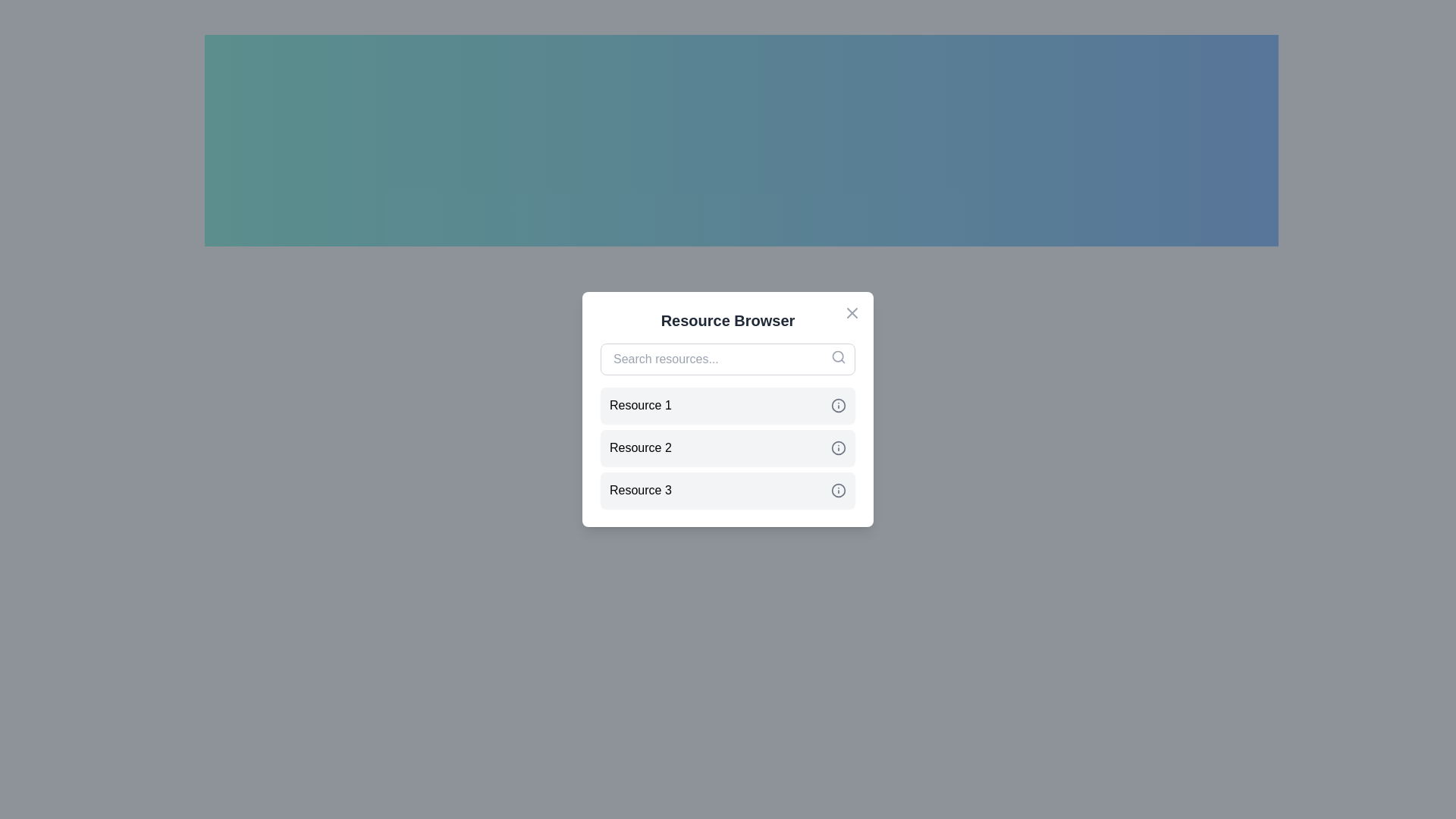 This screenshot has width=1456, height=819. What do you see at coordinates (837, 491) in the screenshot?
I see `the circular graphic icon associated with 'Resource 3' in the 'Resource Browser' panel` at bounding box center [837, 491].